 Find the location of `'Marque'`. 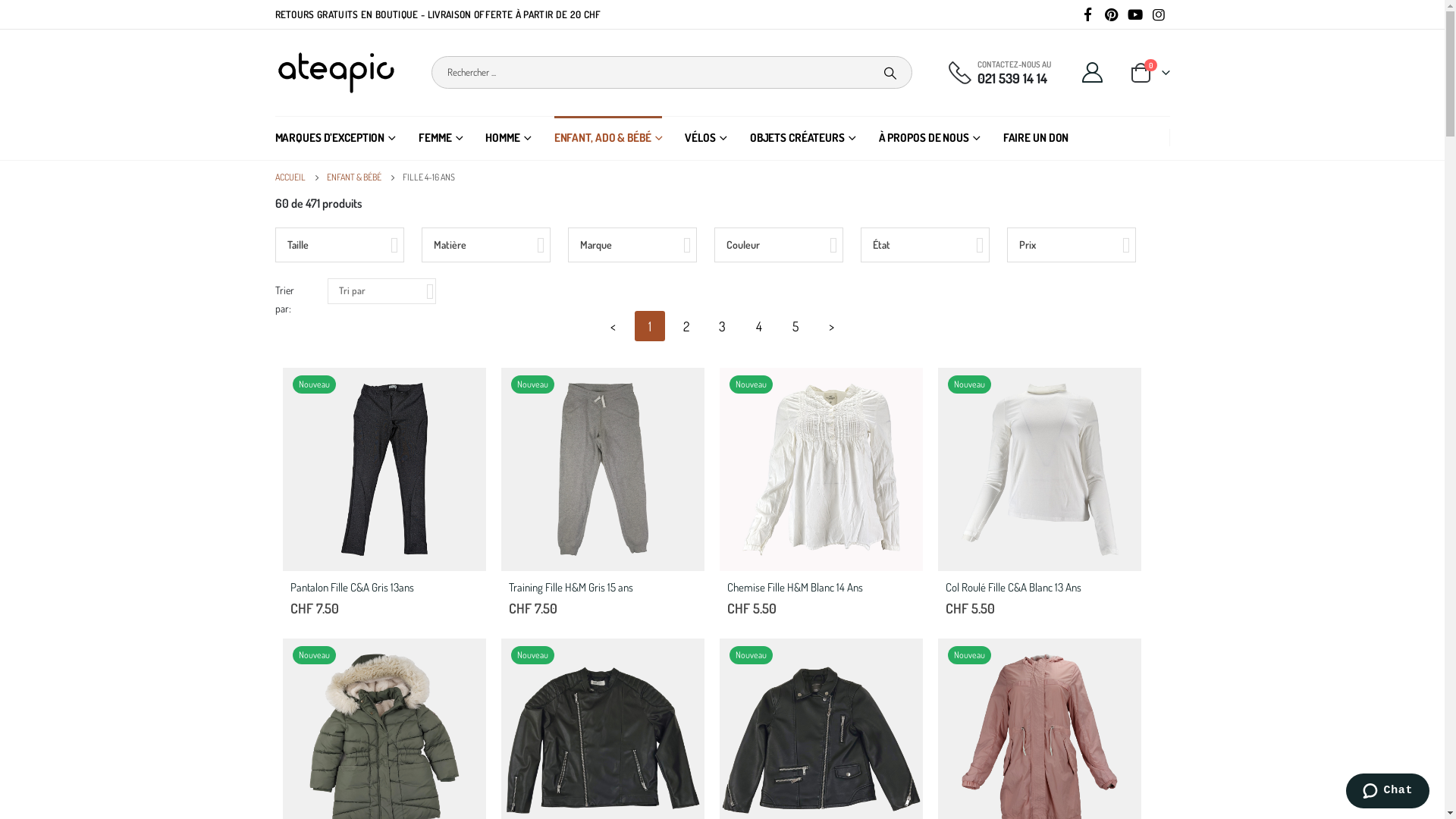

'Marque' is located at coordinates (632, 244).